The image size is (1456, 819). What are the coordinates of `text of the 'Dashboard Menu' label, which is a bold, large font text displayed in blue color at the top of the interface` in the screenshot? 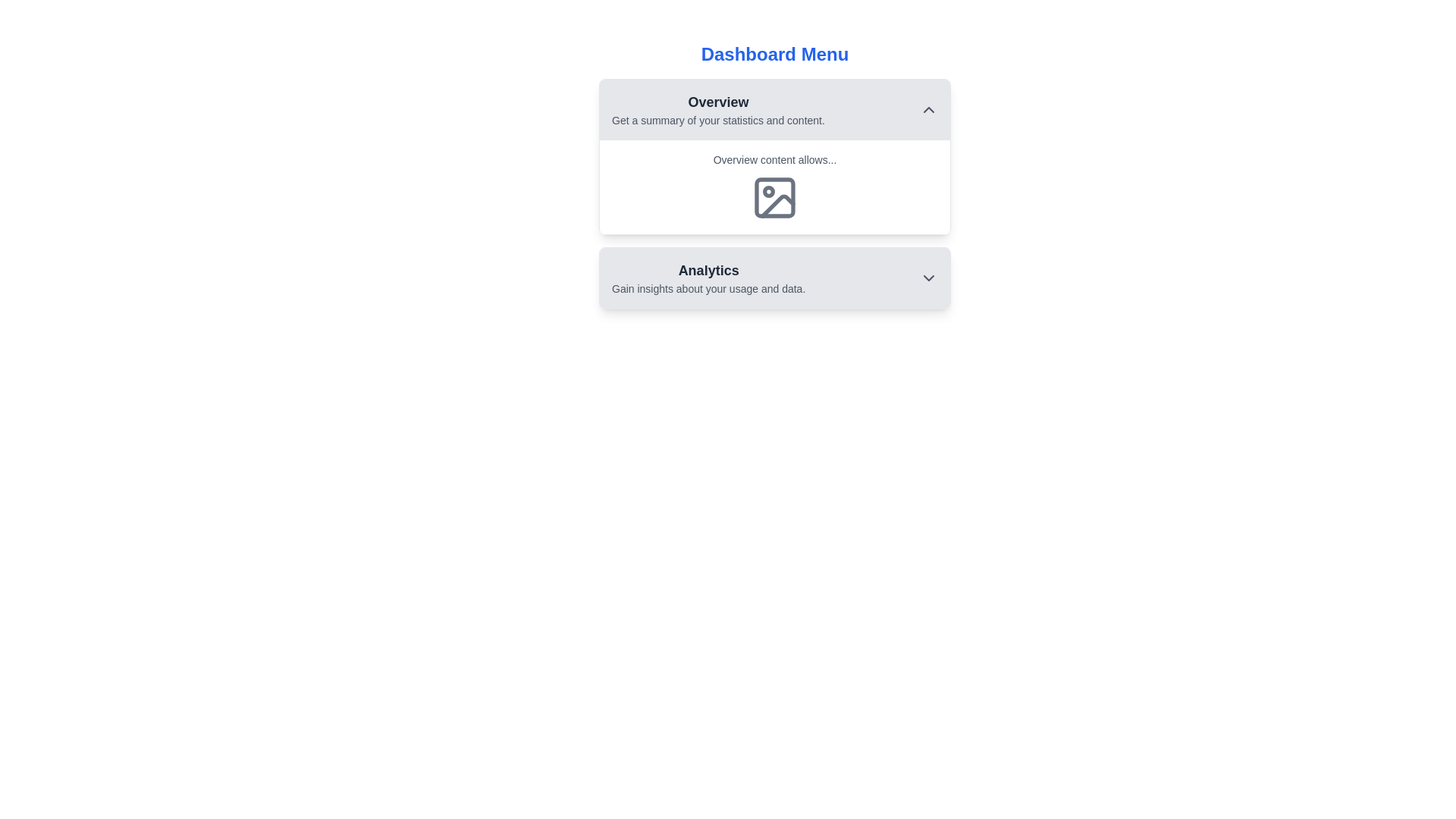 It's located at (775, 54).